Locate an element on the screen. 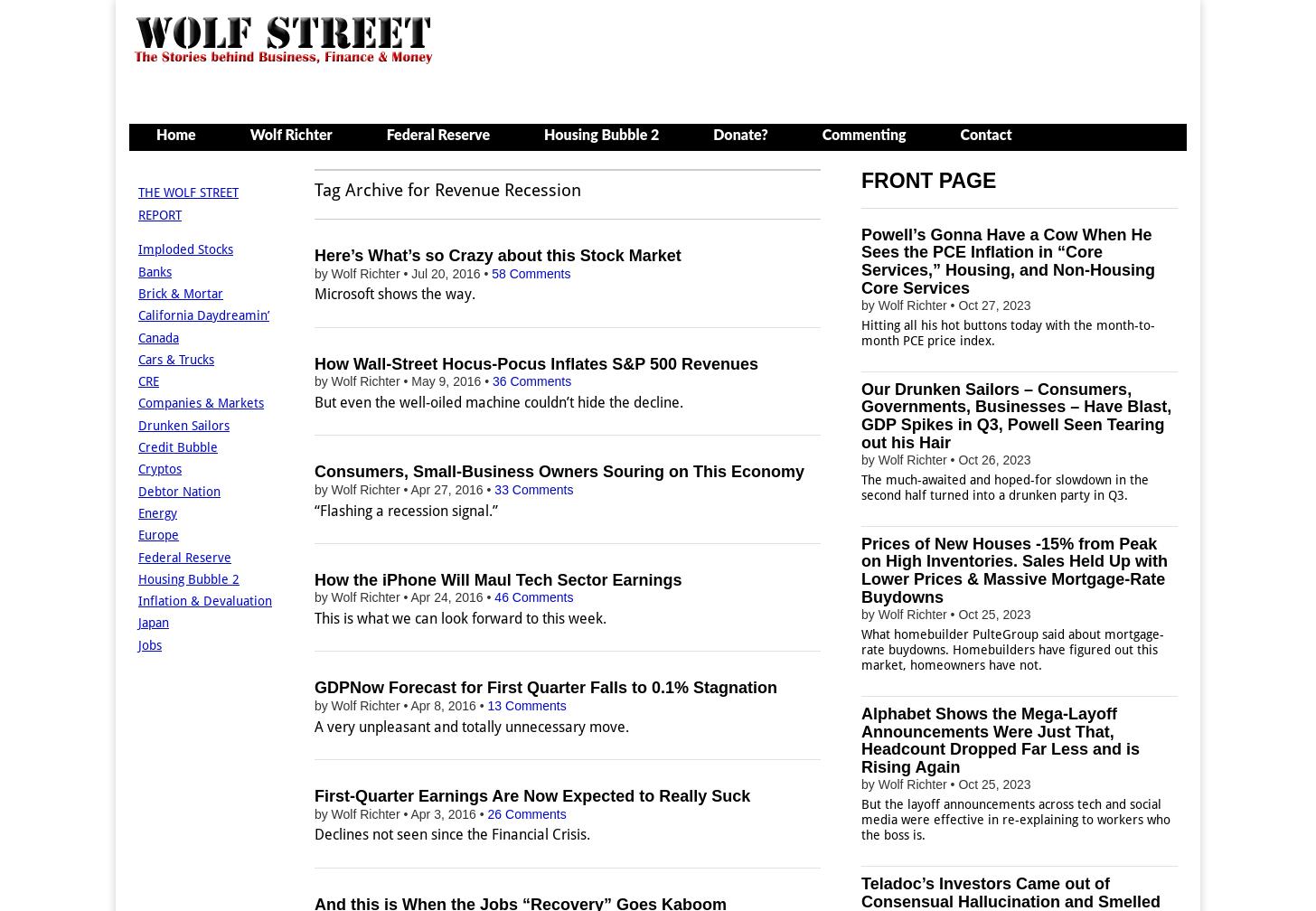 The height and width of the screenshot is (911, 1316). 'California Daydreamin’' is located at coordinates (203, 315).